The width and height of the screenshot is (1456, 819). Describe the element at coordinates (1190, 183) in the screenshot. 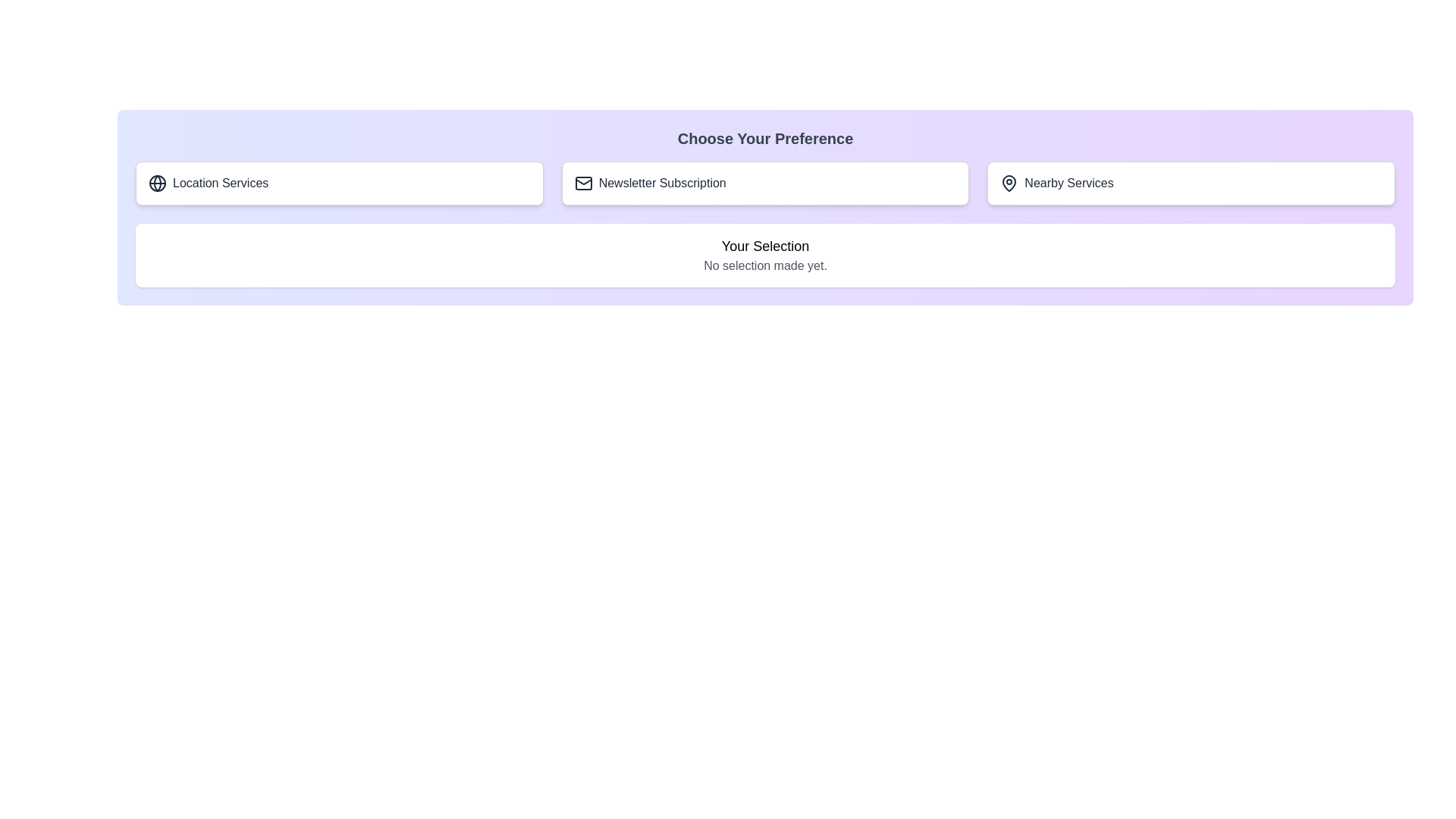

I see `the button labeled Nearby Services to observe its hover effect` at that location.